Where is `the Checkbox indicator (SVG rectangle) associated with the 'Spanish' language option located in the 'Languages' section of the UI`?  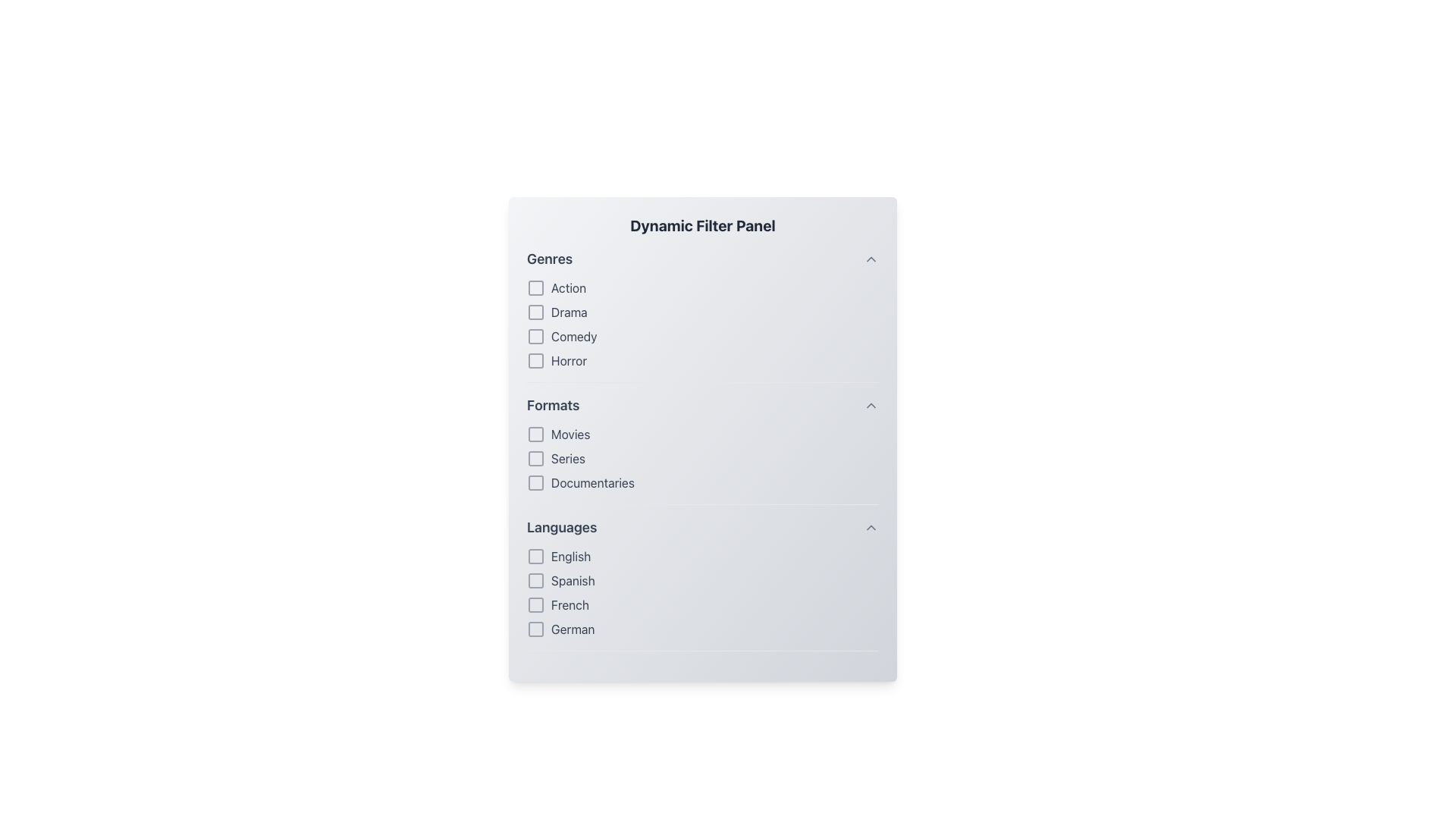 the Checkbox indicator (SVG rectangle) associated with the 'Spanish' language option located in the 'Languages' section of the UI is located at coordinates (535, 580).